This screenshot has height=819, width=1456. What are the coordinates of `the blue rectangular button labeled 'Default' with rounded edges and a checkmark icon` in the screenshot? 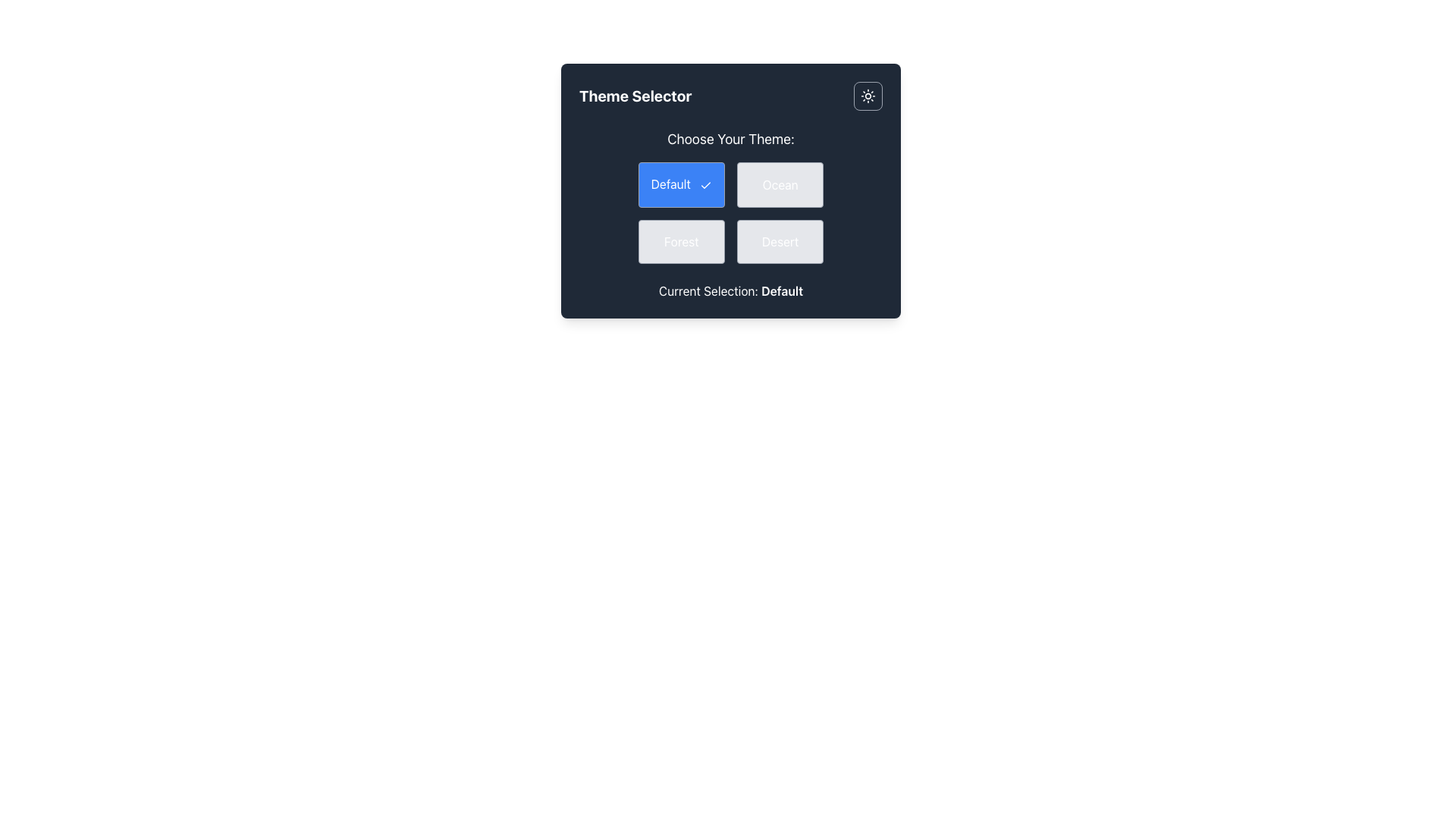 It's located at (680, 184).